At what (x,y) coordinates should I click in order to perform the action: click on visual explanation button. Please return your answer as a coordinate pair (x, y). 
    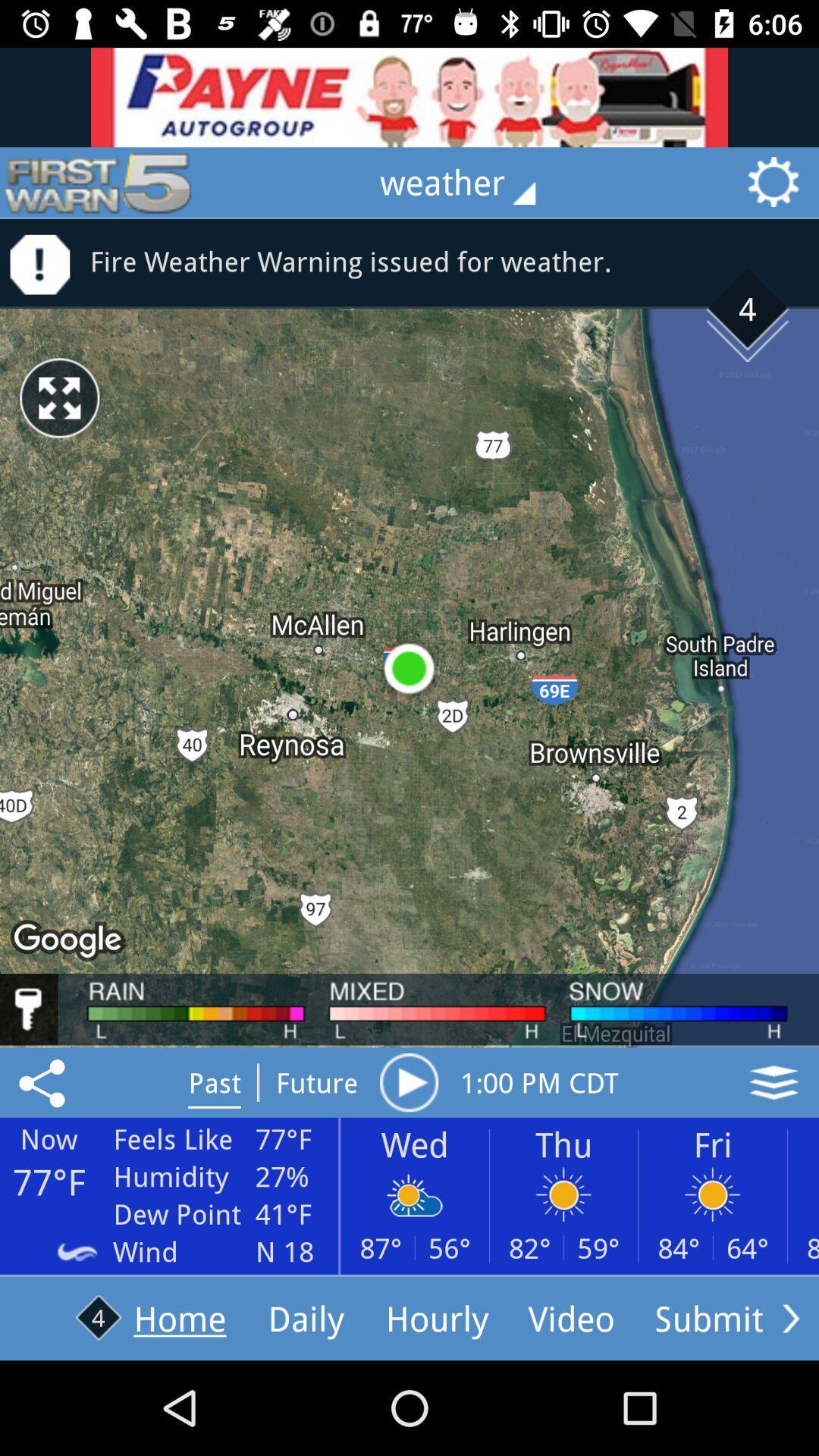
    Looking at the image, I should click on (773, 1081).